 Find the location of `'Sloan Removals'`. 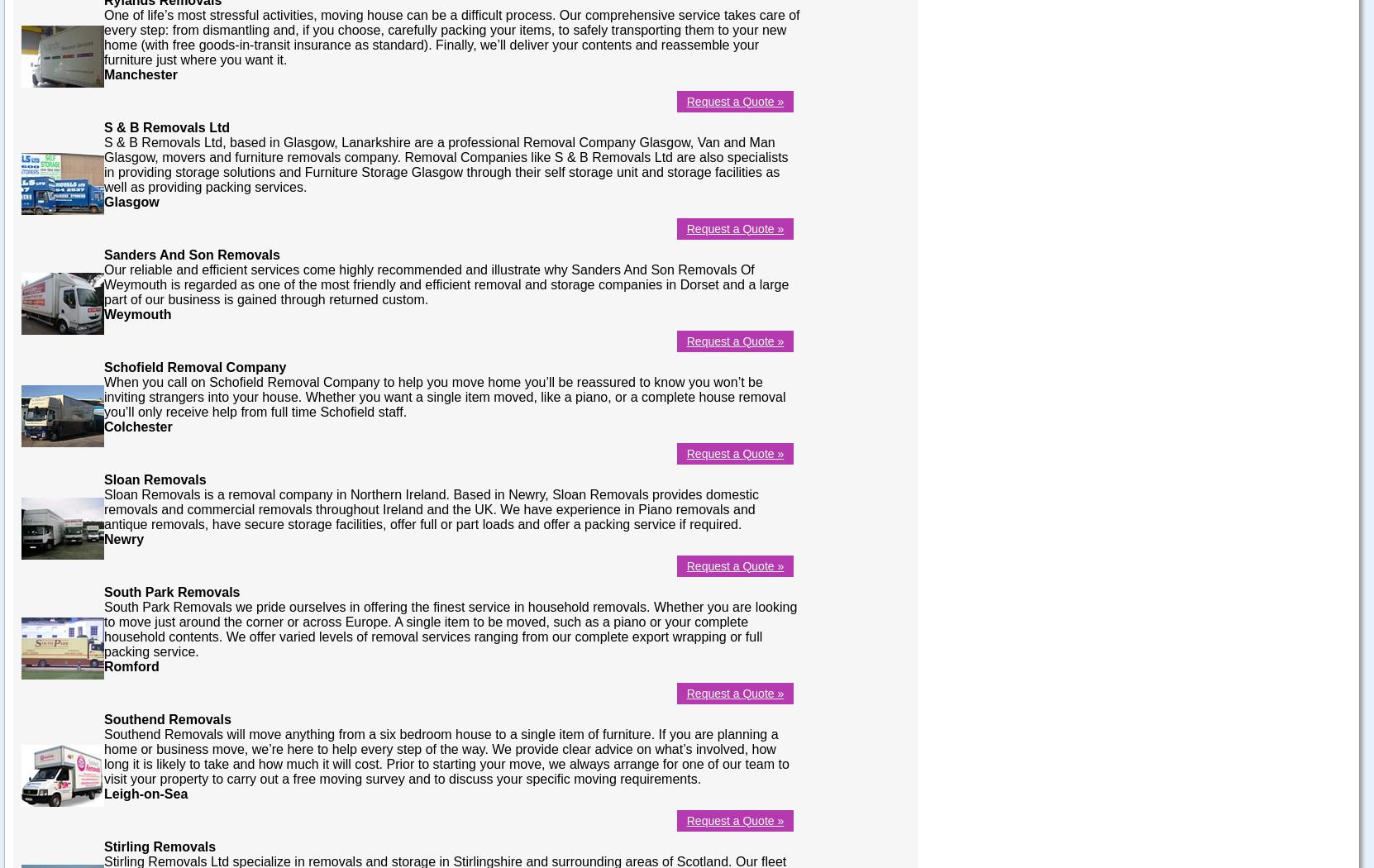

'Sloan Removals' is located at coordinates (154, 478).